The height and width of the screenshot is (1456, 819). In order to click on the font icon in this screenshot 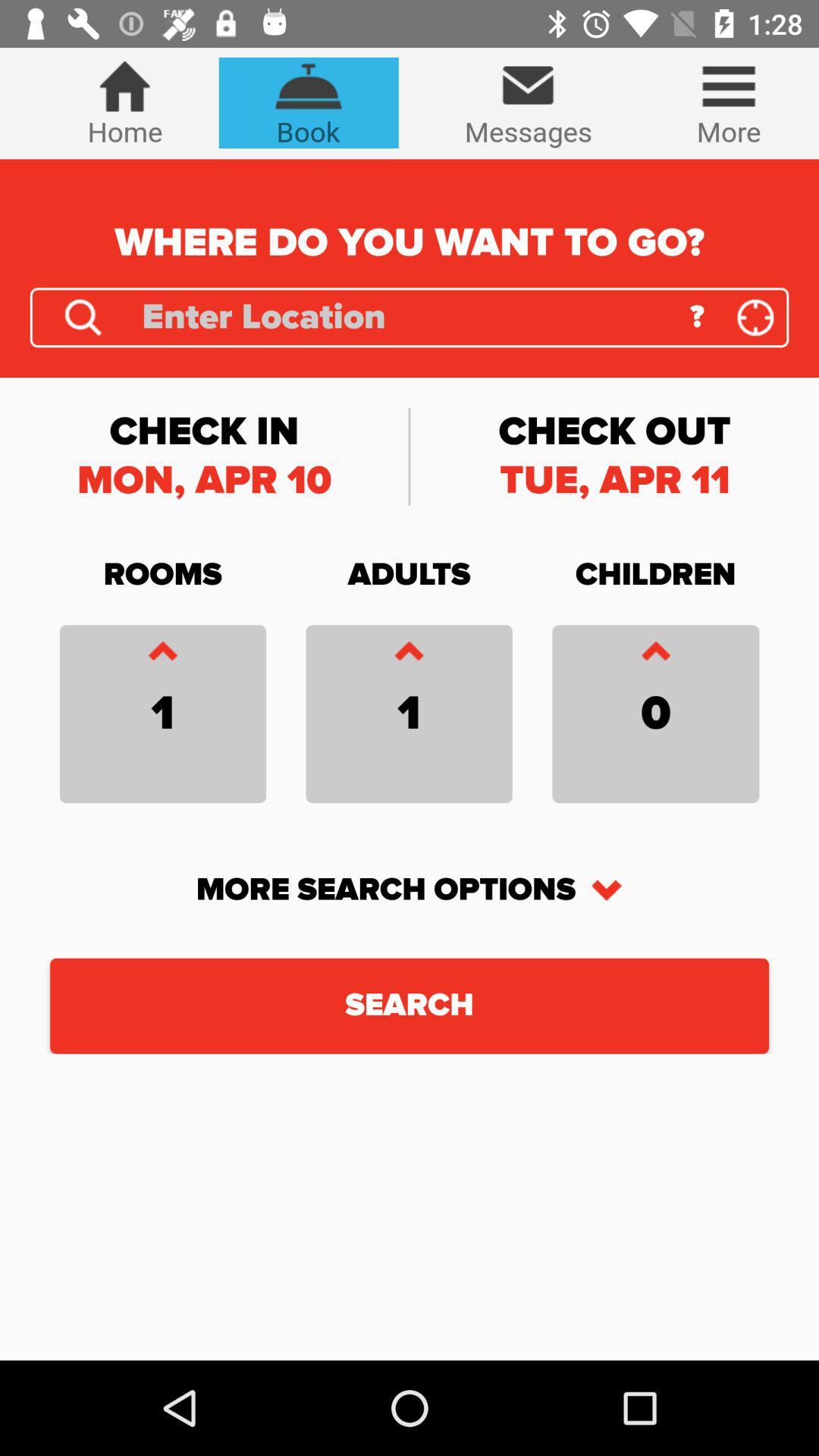, I will do `click(408, 654)`.